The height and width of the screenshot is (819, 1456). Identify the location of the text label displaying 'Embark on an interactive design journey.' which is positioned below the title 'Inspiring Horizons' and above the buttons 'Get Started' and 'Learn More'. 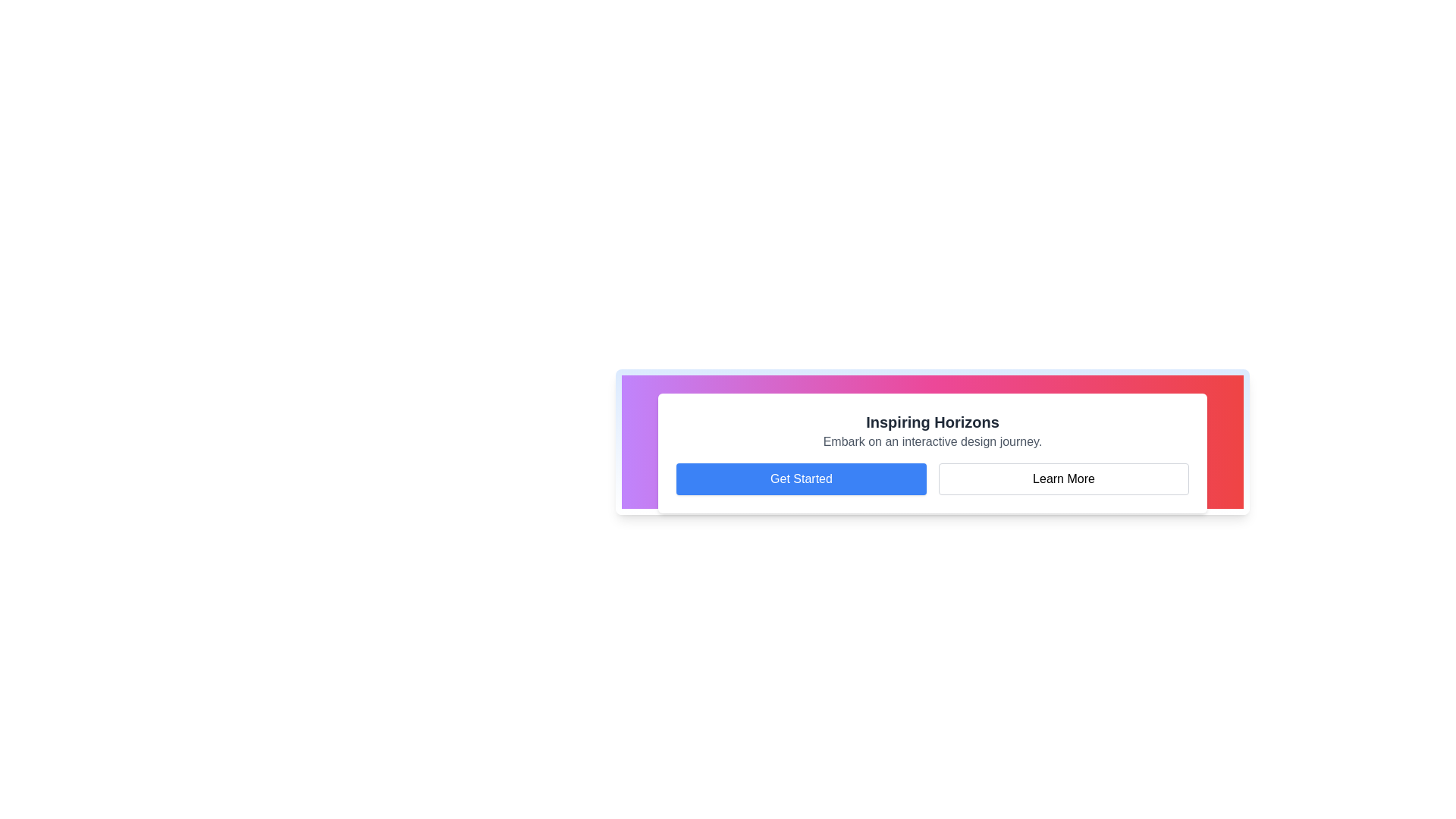
(931, 441).